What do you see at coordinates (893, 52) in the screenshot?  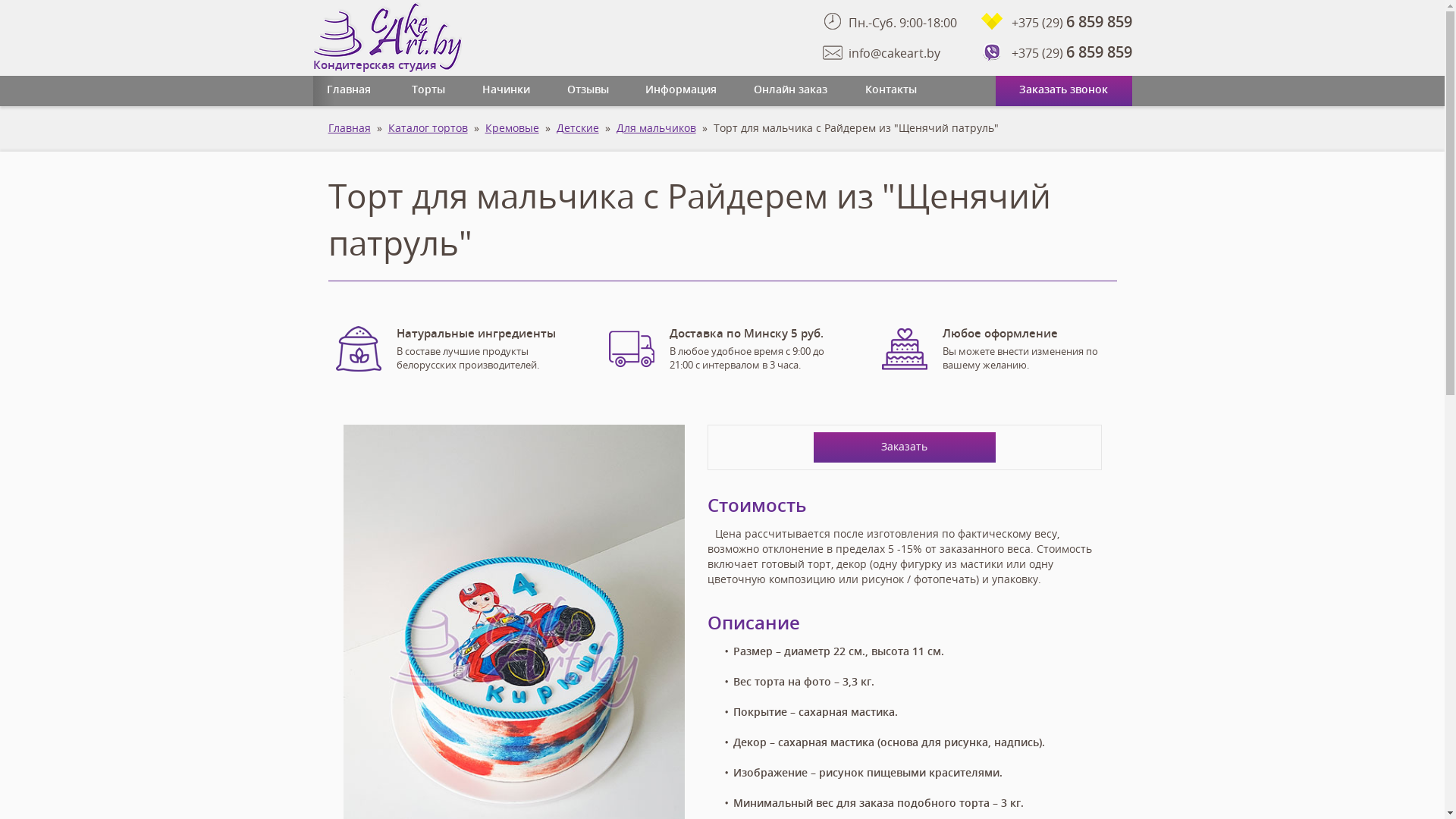 I see `'info@cakeart.by'` at bounding box center [893, 52].